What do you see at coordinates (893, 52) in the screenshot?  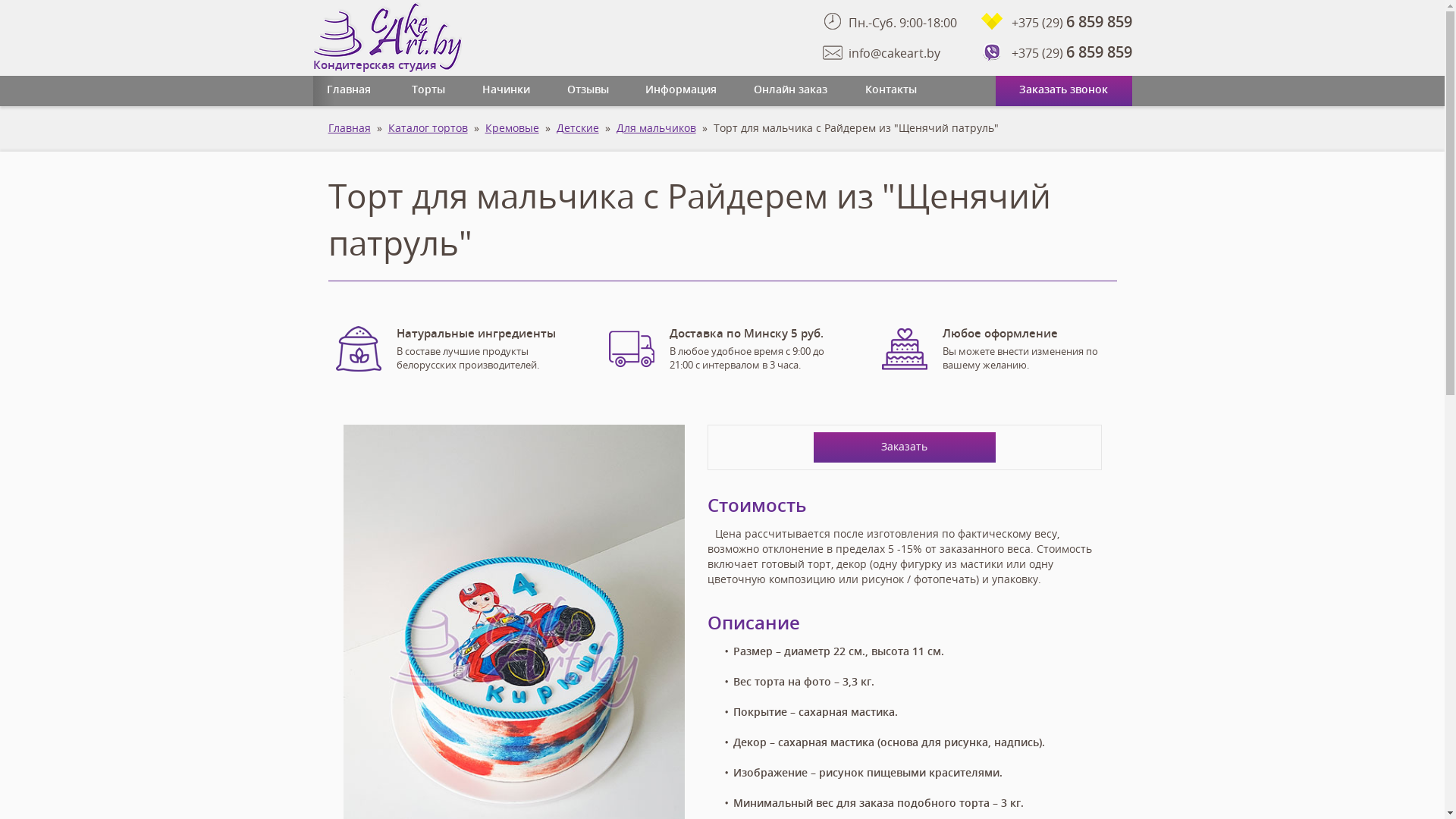 I see `'info@cakeart.by'` at bounding box center [893, 52].